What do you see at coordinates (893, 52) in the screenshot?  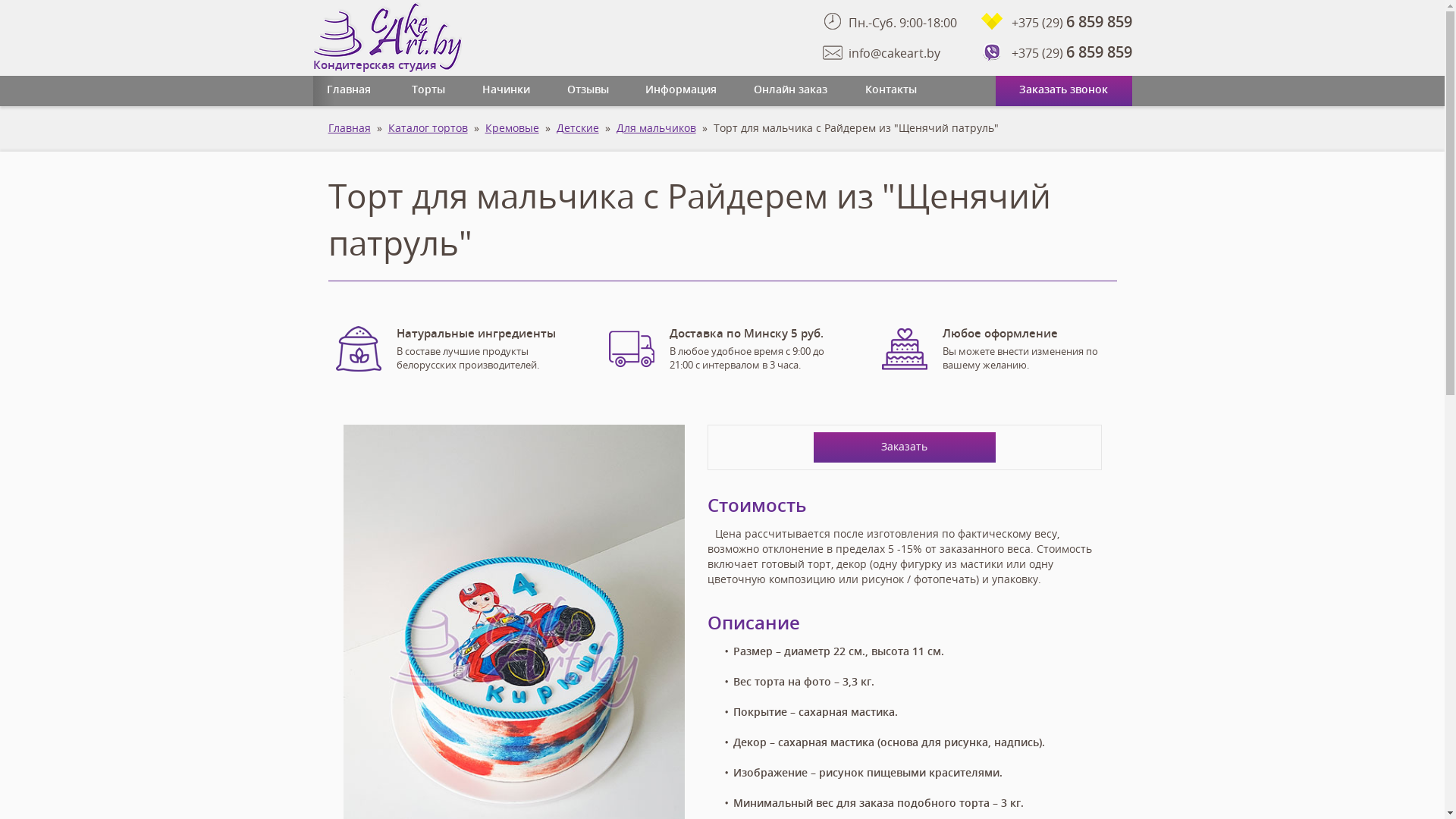 I see `'info@cakeart.by'` at bounding box center [893, 52].